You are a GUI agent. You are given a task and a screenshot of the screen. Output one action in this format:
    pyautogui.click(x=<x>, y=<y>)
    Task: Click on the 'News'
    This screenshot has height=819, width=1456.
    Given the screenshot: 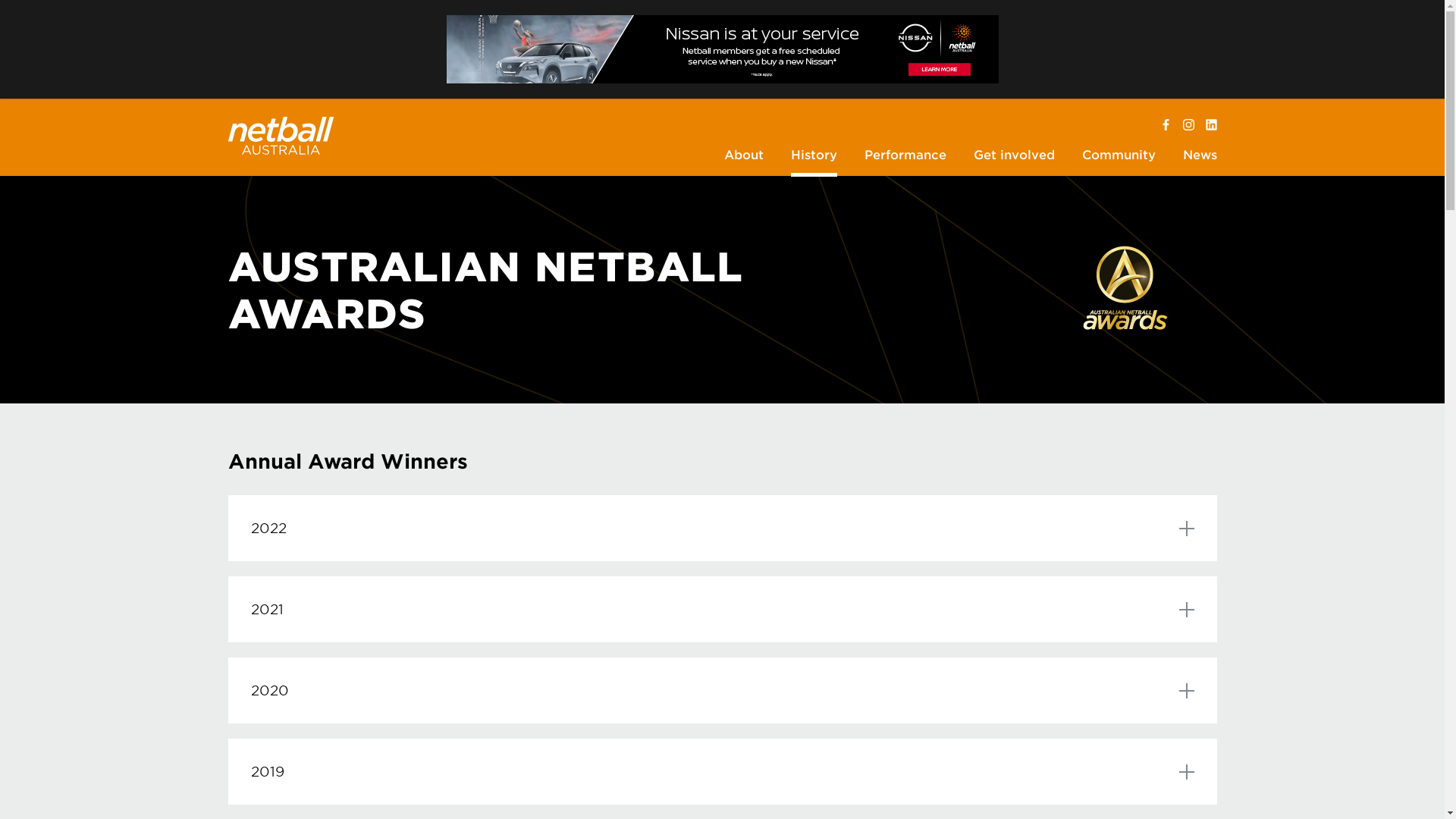 What is the action you would take?
    pyautogui.click(x=1198, y=156)
    